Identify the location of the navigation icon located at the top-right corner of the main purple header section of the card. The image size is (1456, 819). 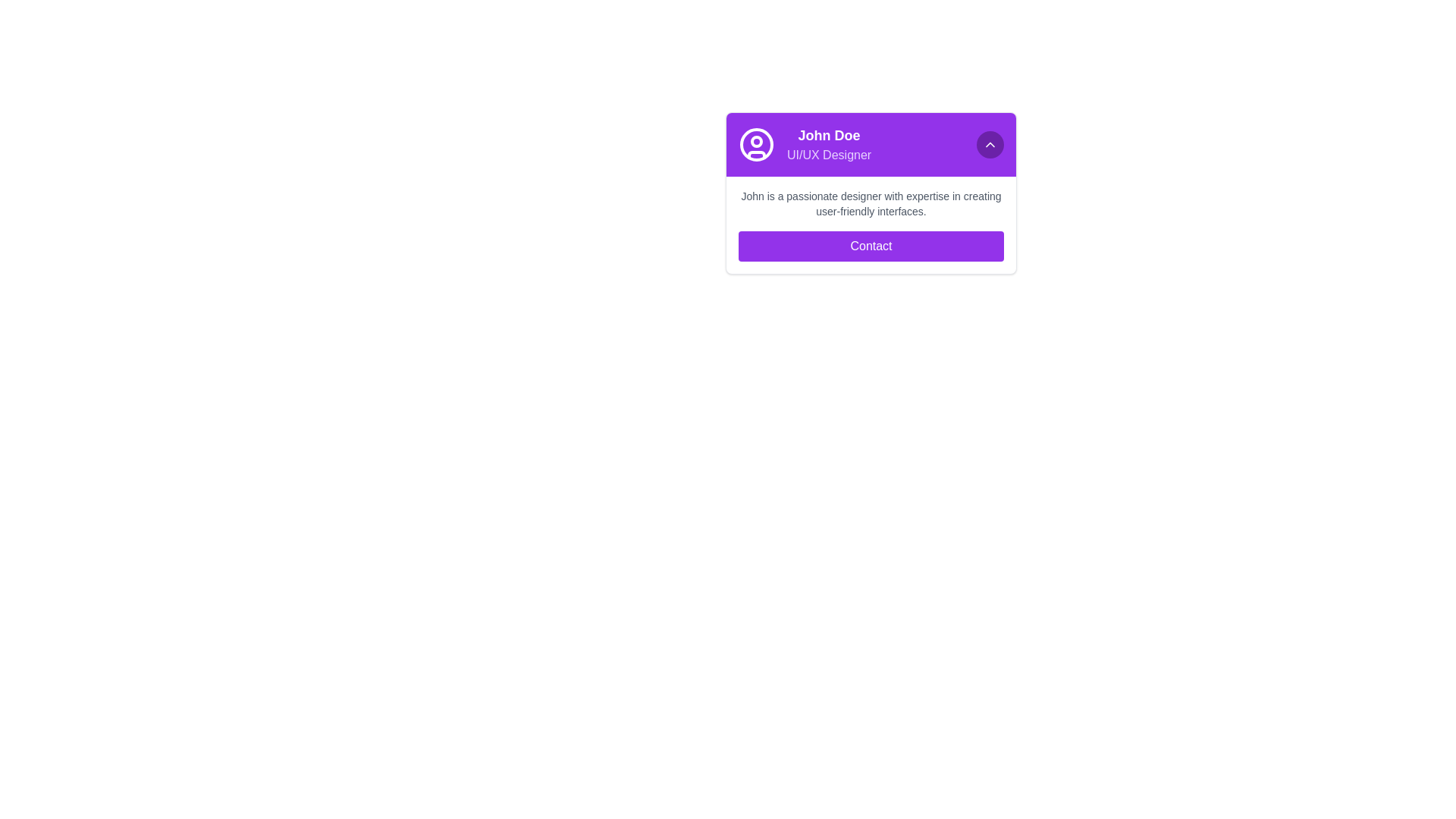
(990, 145).